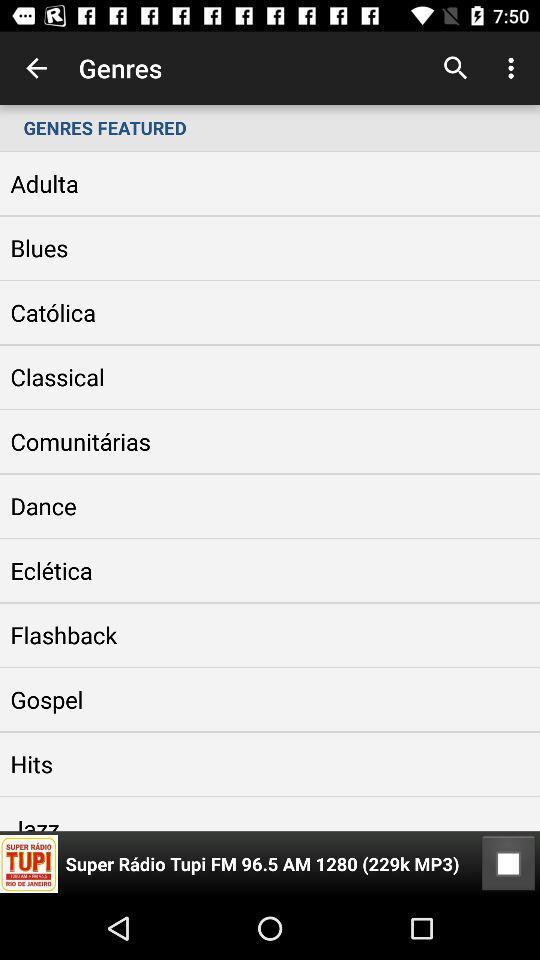 Image resolution: width=540 pixels, height=960 pixels. I want to click on item to the right of genres icon, so click(455, 68).